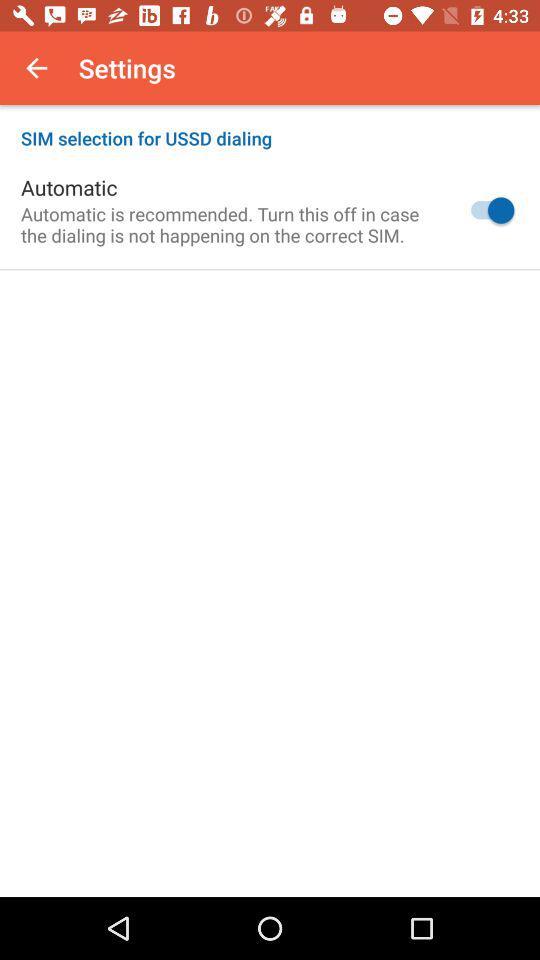  I want to click on automatic is recommended item, so click(227, 224).